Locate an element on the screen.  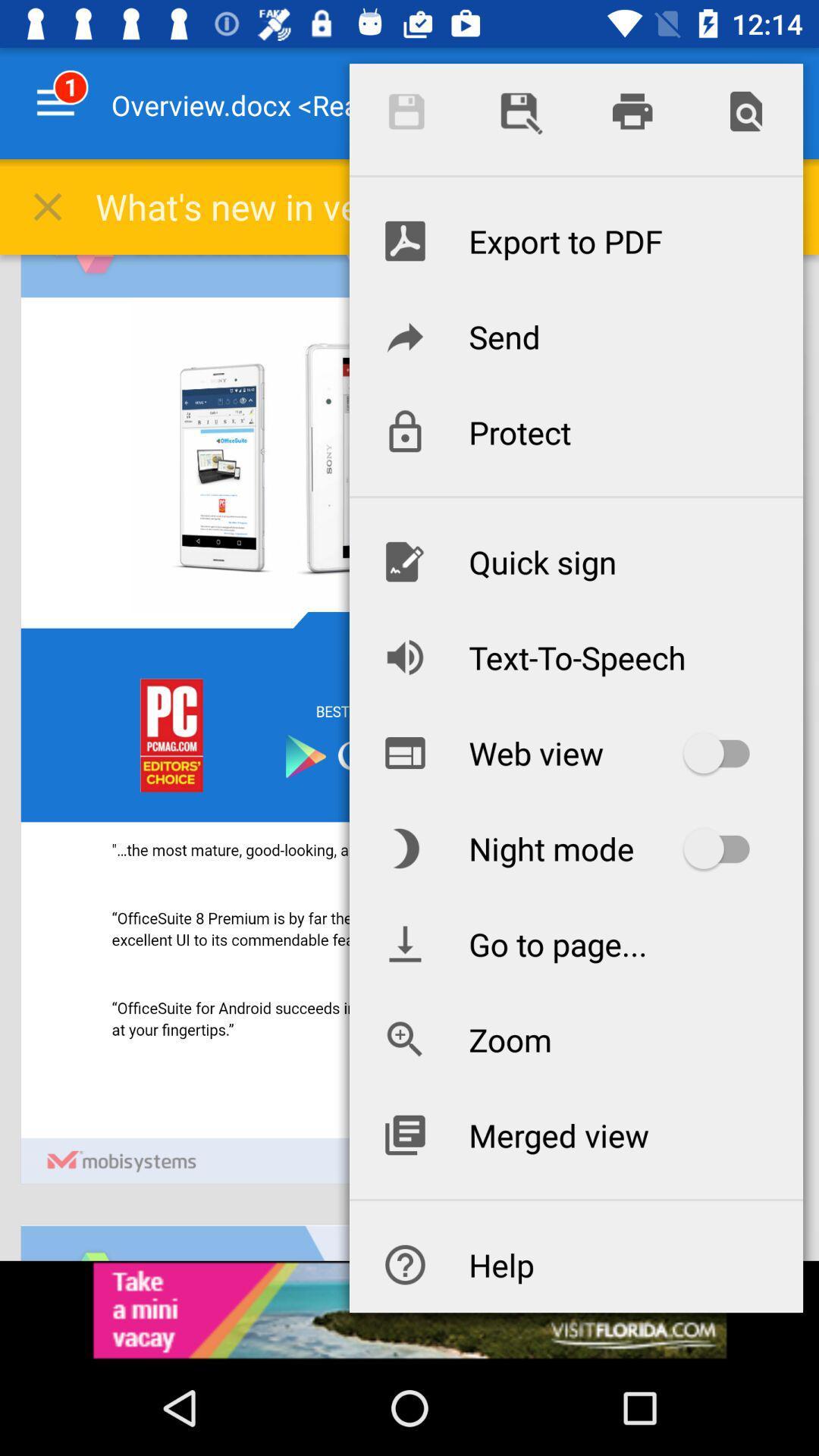
the item below web view is located at coordinates (576, 847).